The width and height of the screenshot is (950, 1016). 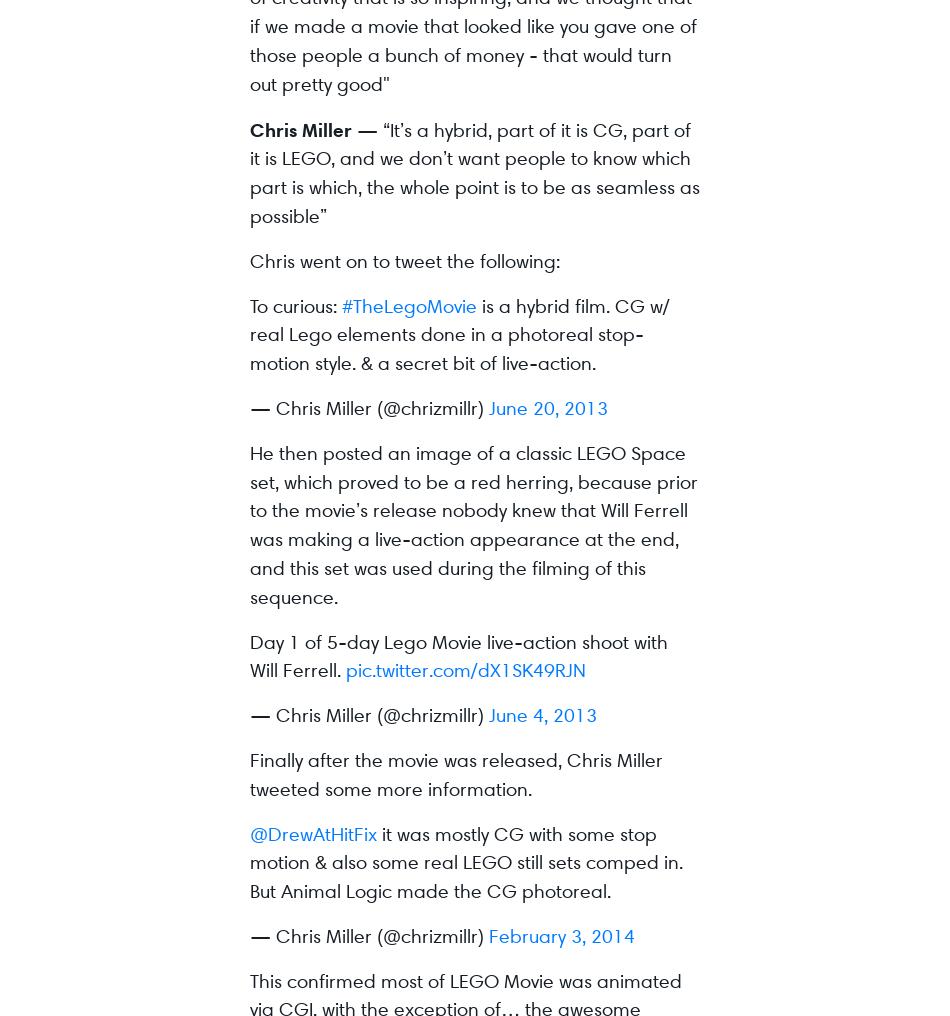 I want to click on 'Day 1 of 5-day Lego Movie live-action shoot with Will Ferrell.', so click(x=458, y=655).